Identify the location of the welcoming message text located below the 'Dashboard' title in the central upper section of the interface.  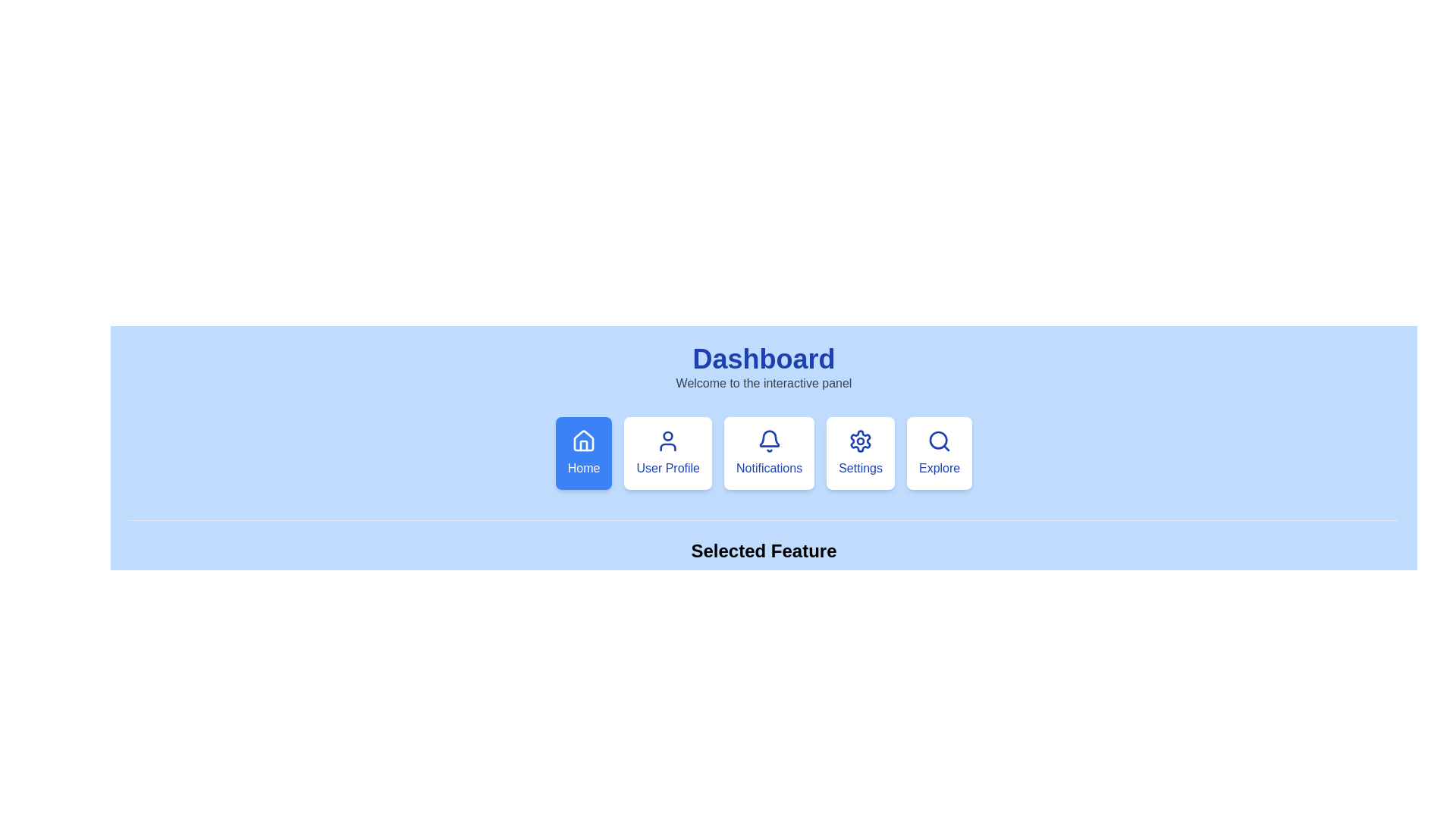
(764, 382).